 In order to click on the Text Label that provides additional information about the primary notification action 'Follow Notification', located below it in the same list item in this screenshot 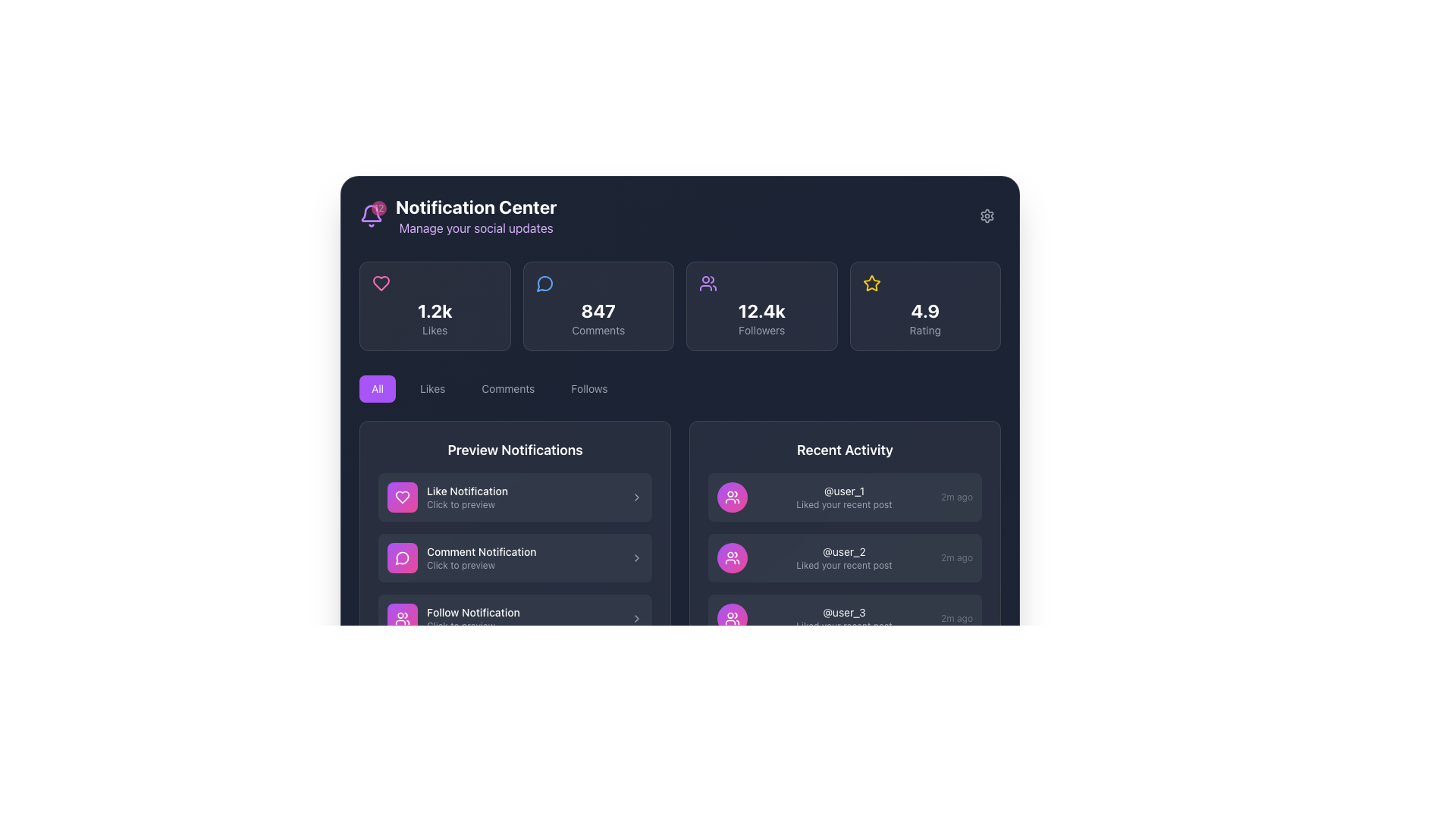, I will do `click(524, 626)`.